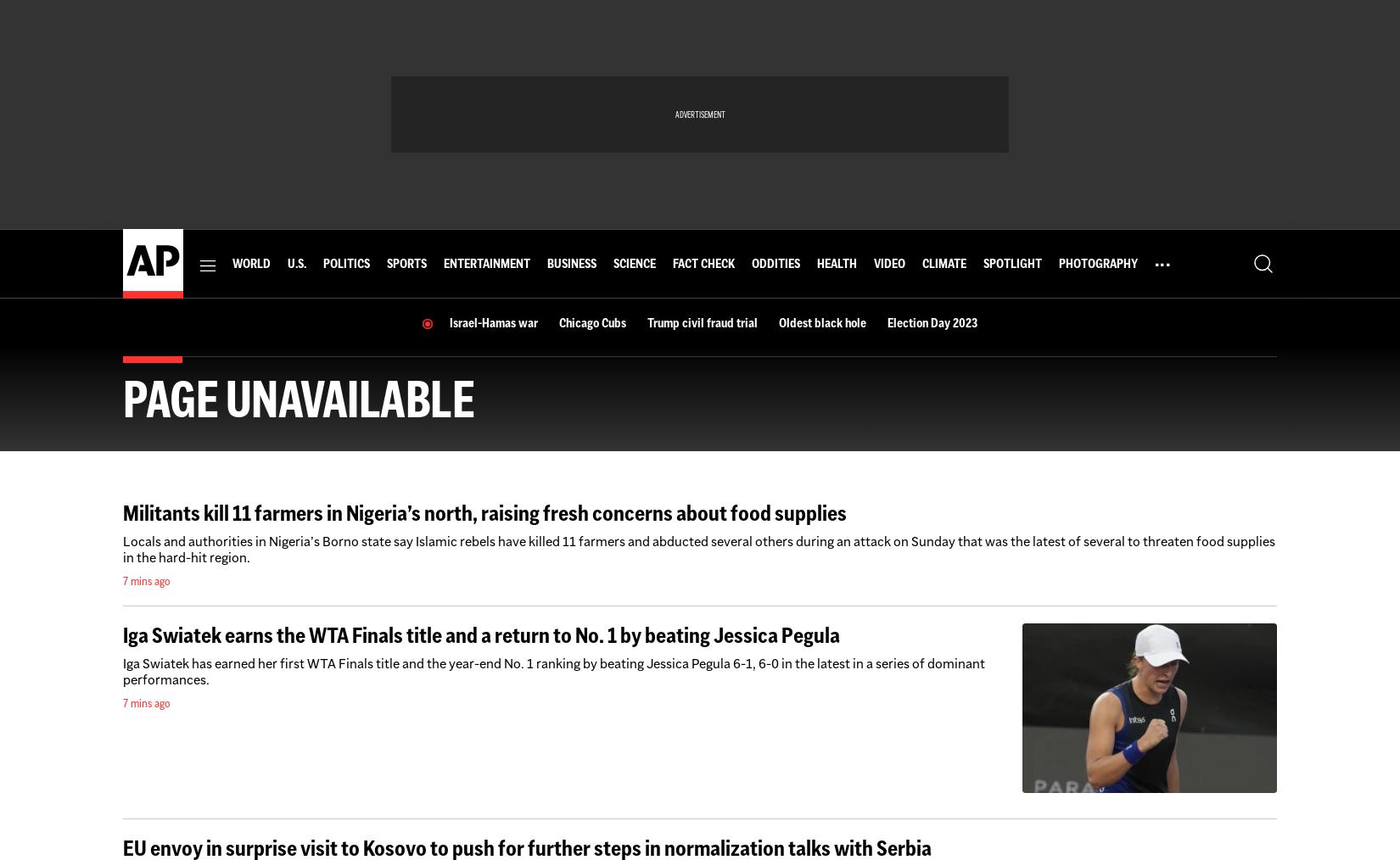  Describe the element at coordinates (480, 634) in the screenshot. I see `'Iga Swiatek earns the WTA Finals title and a return to No. 1 by beating Jessica Pegula'` at that location.